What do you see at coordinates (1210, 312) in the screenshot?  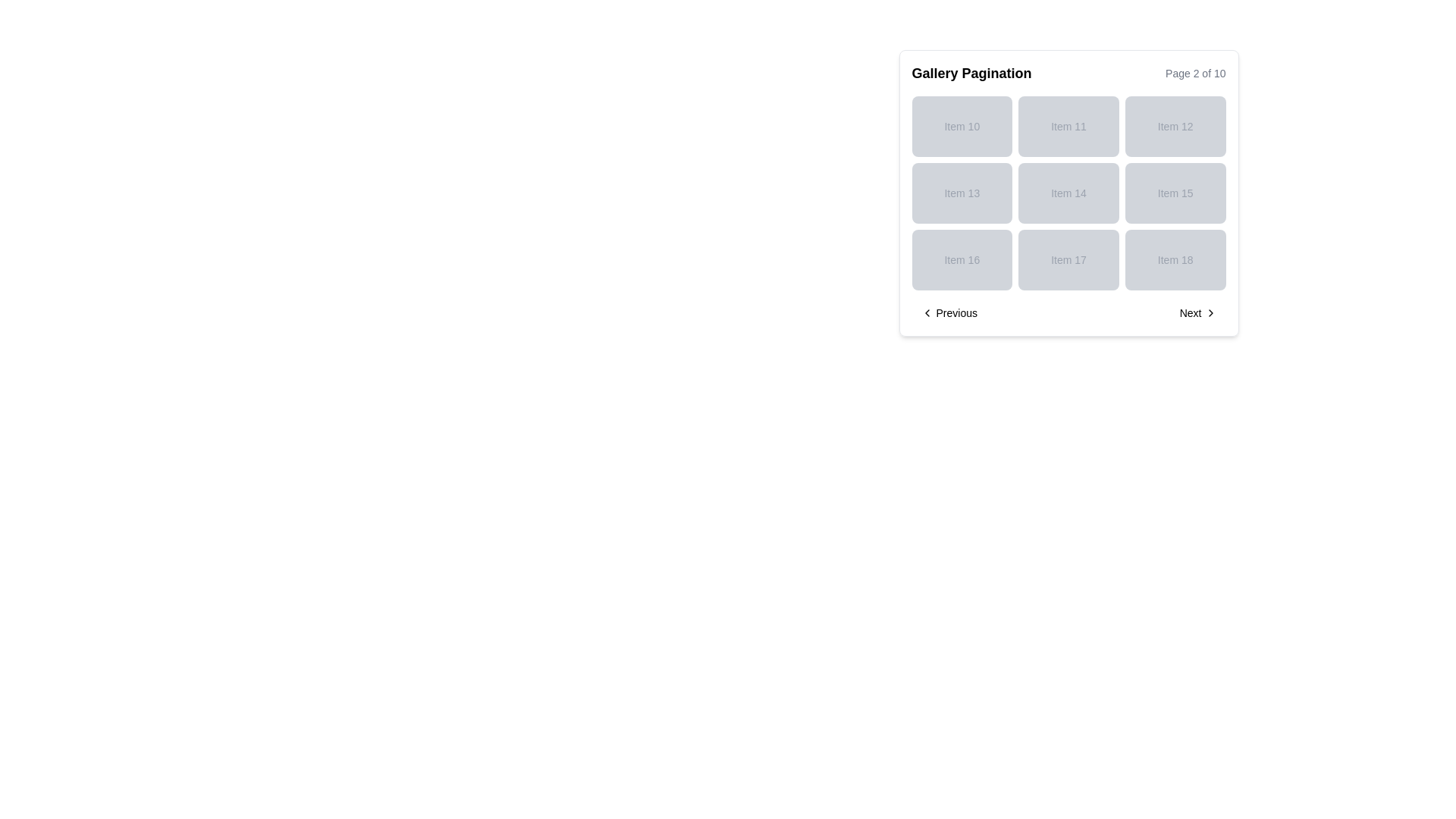 I see `the 'Next' button icon located at the bottom-right corner of the interface, which visually suggests forward navigation to the subsequent page` at bounding box center [1210, 312].